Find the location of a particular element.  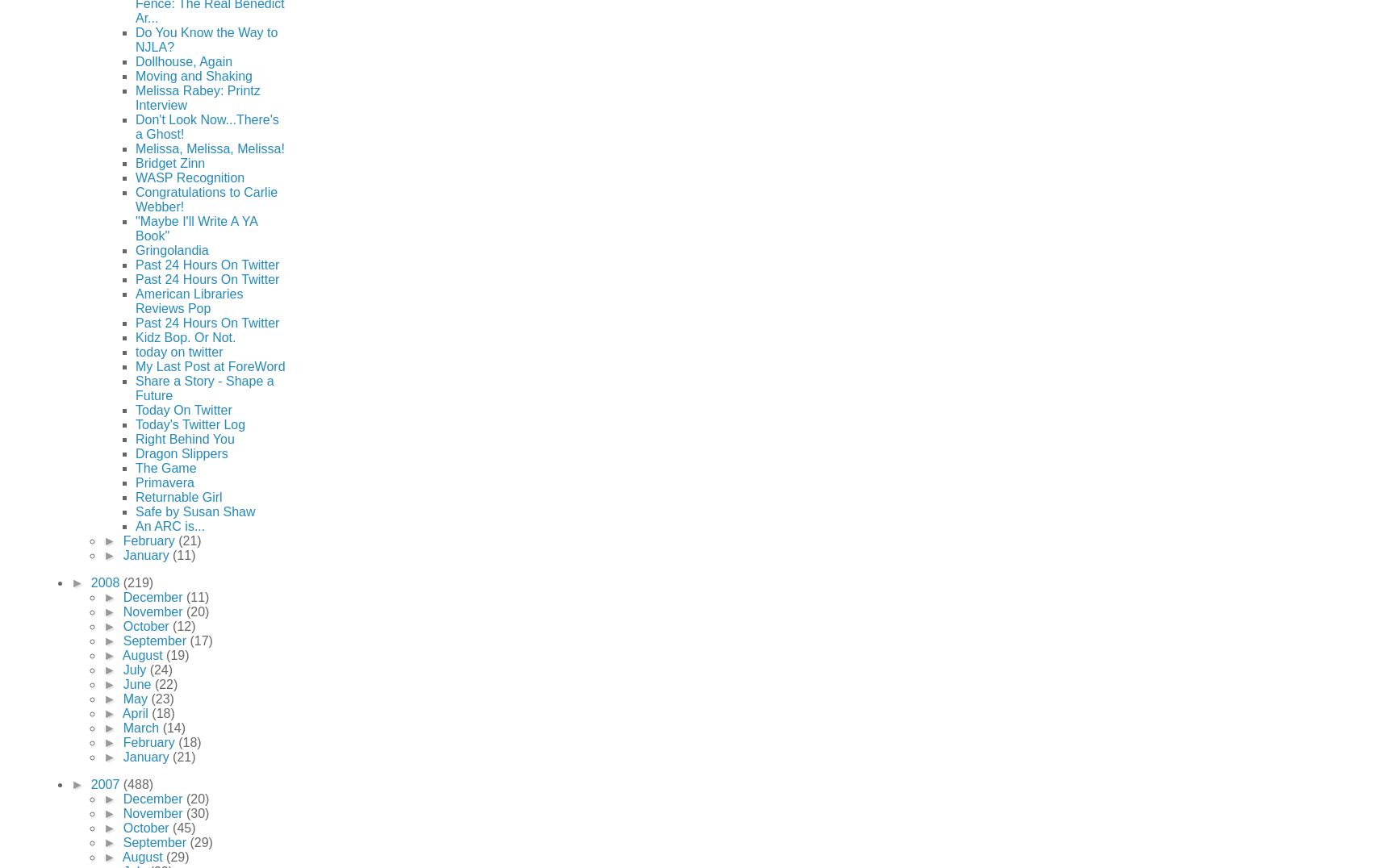

'(45)' is located at coordinates (182, 826).